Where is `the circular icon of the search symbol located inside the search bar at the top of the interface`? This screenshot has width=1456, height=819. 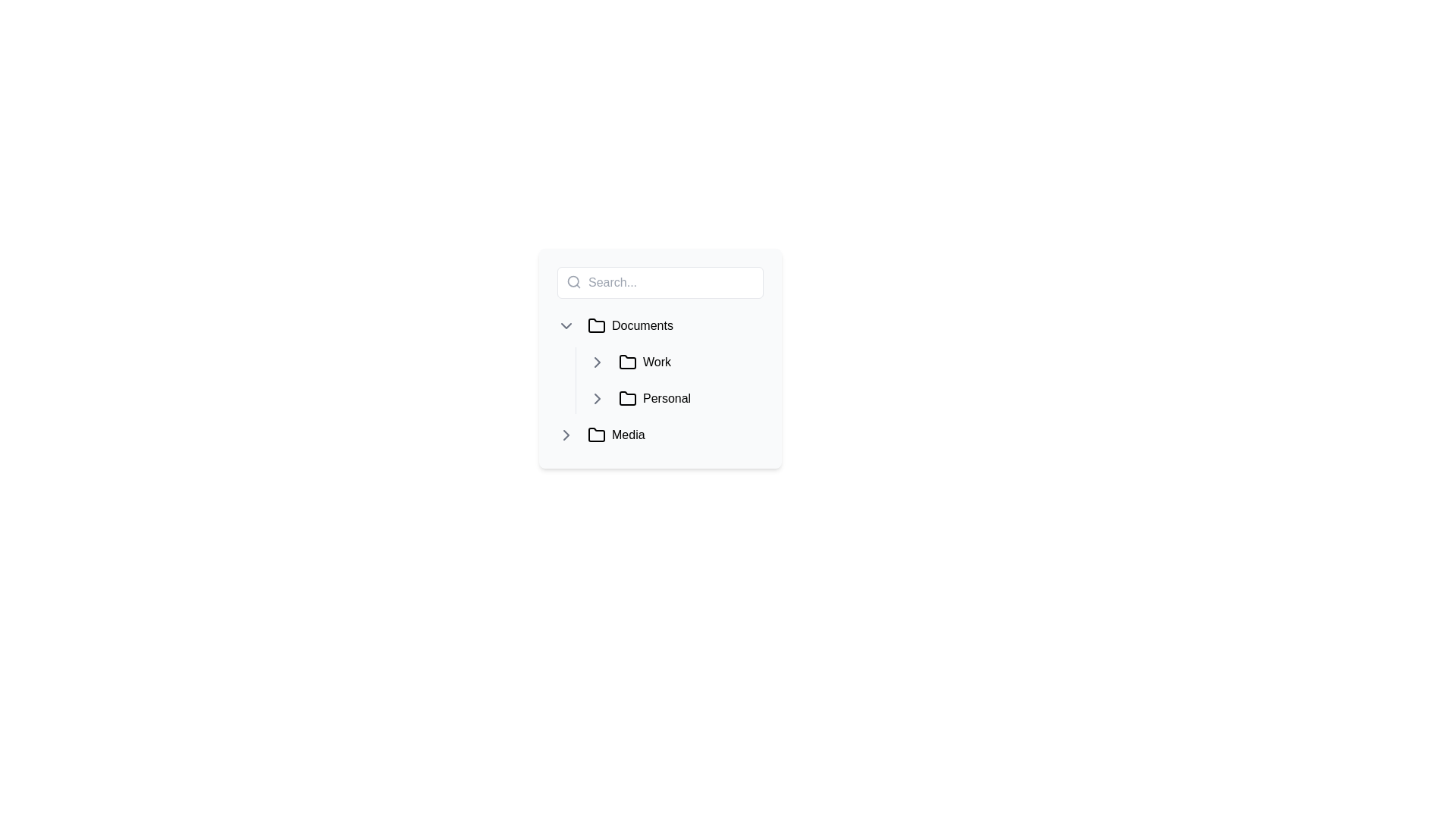
the circular icon of the search symbol located inside the search bar at the top of the interface is located at coordinates (573, 281).